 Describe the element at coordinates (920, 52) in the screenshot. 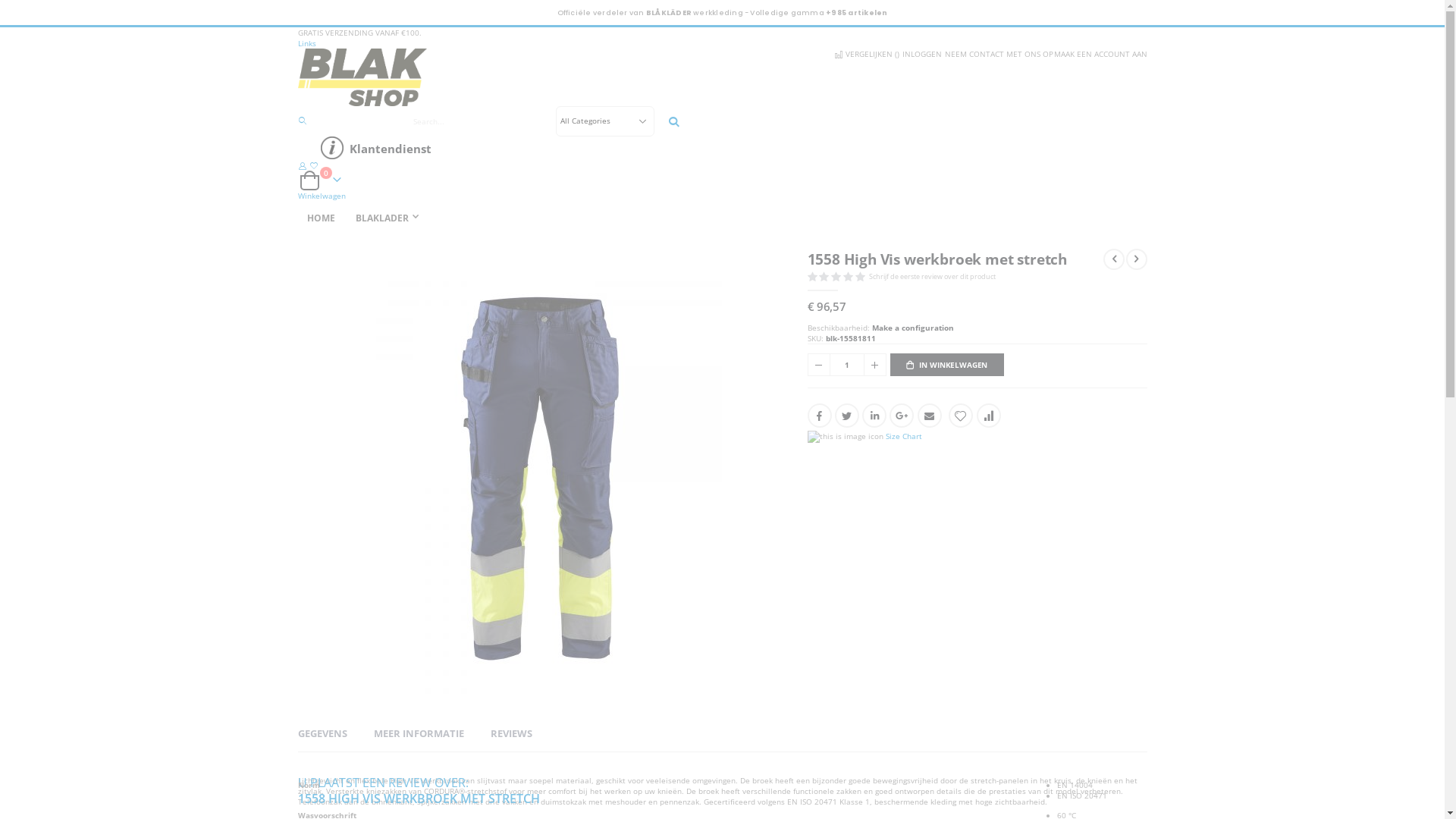

I see `'INLOGGEN'` at that location.